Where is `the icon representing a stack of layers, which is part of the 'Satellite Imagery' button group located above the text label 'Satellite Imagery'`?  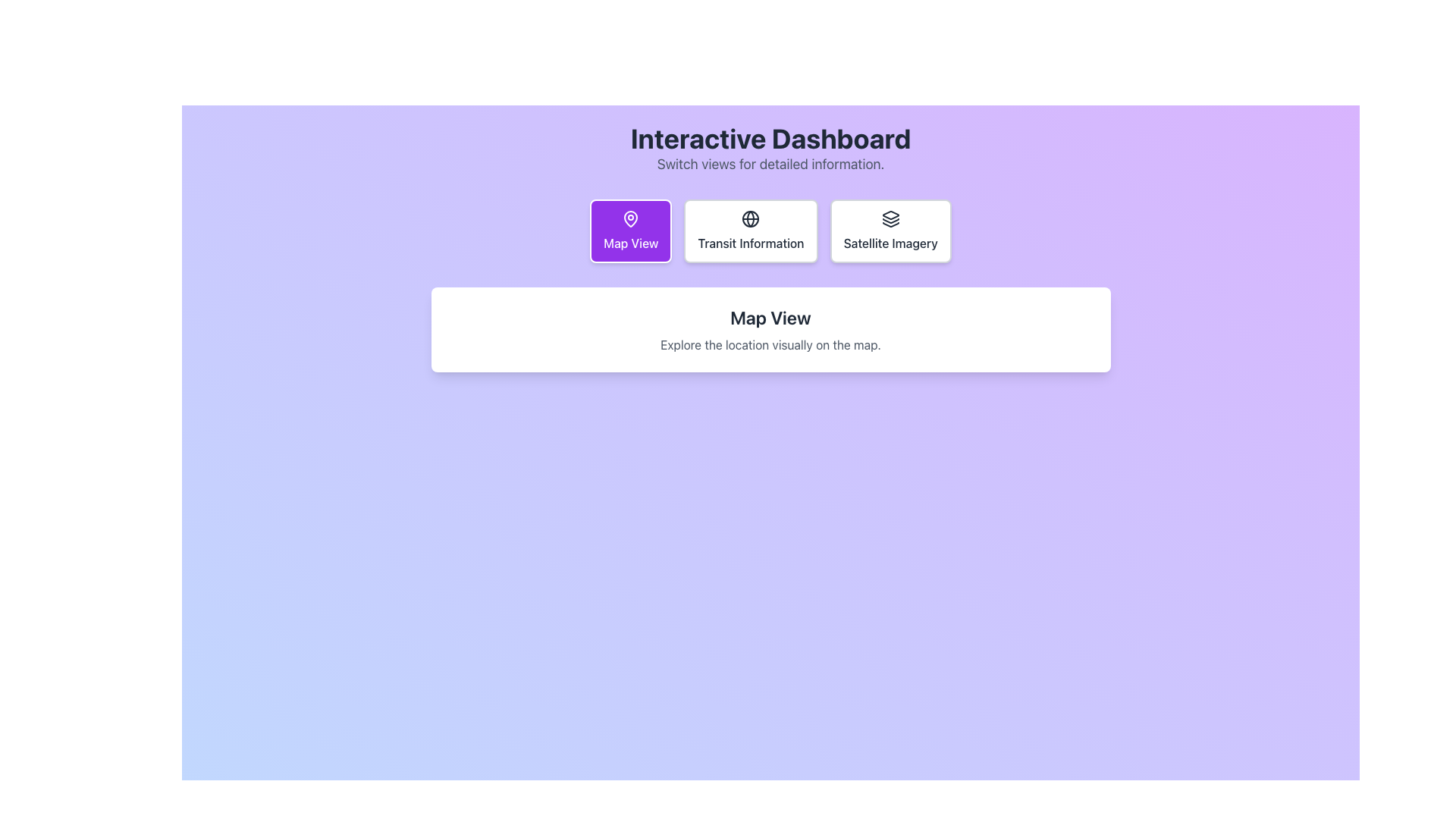 the icon representing a stack of layers, which is part of the 'Satellite Imagery' button group located above the text label 'Satellite Imagery' is located at coordinates (890, 219).